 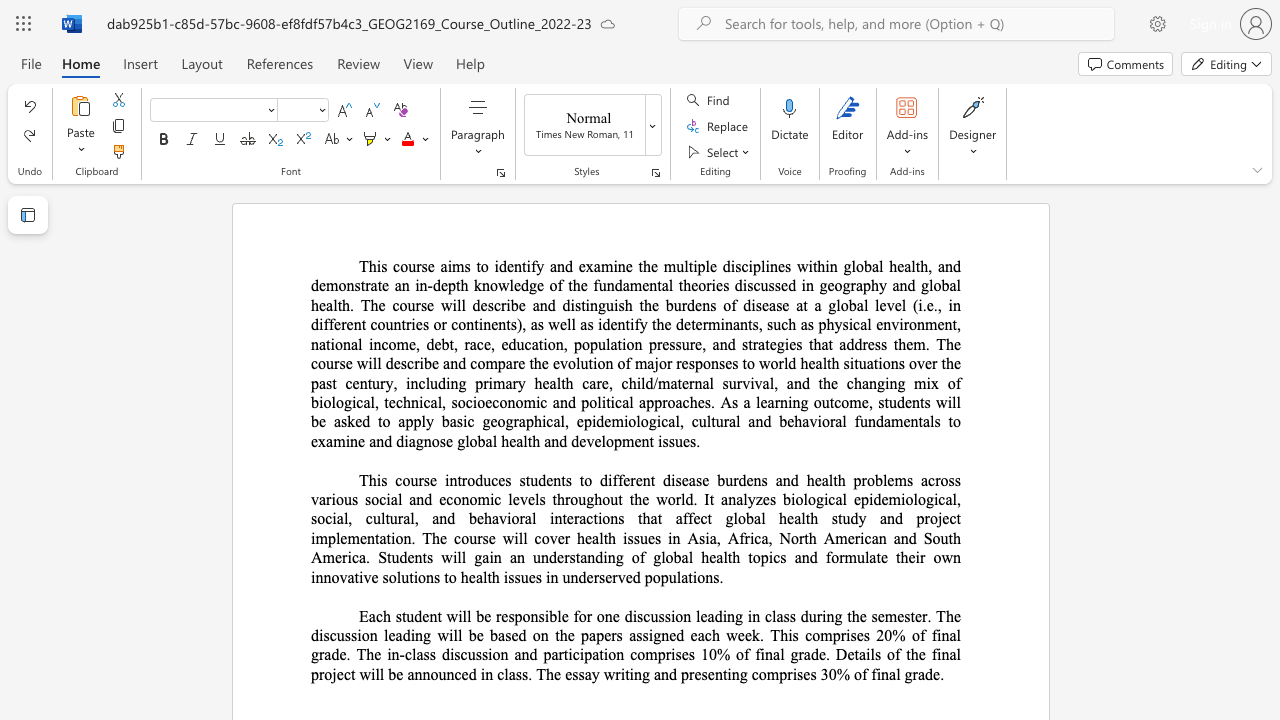 What do you see at coordinates (633, 323) in the screenshot?
I see `the subset text "fy the determinants, such as physical" within the text "), as well as identify the determinants, such as physical environment, national income, debt, race, education, population pressure, and strategies that address them. The course will describe and compare the evolution of major responses to world health situations over the past century, including primary health care, child/maternal survival, and the changing mix of biological, technical, socioeconomic and political approaches."` at bounding box center [633, 323].